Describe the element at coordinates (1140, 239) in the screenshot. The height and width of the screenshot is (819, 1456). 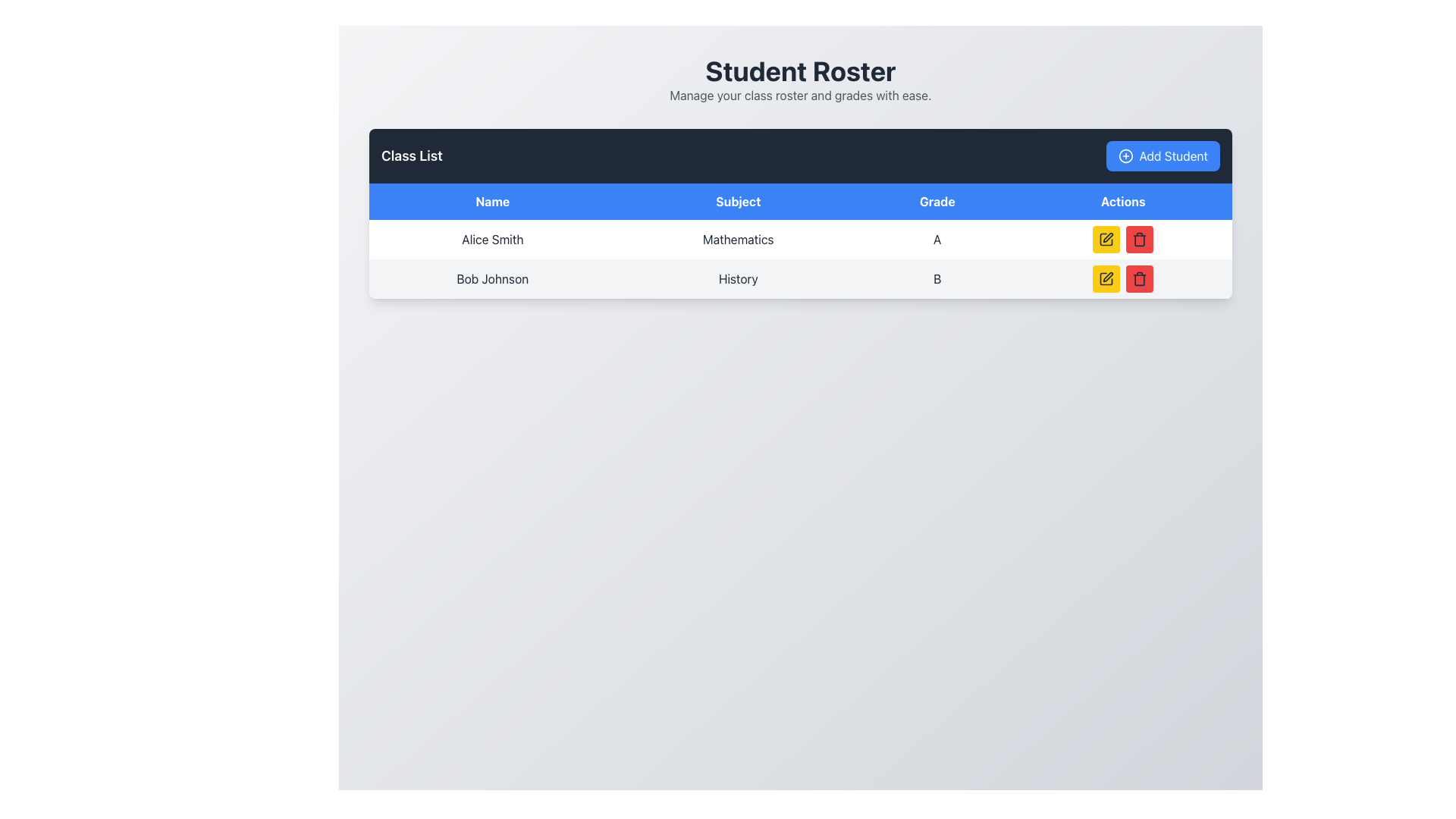
I see `the red rounded rectangle button with a trashcan icon in the bottom row of the table under the 'Actions' column` at that location.